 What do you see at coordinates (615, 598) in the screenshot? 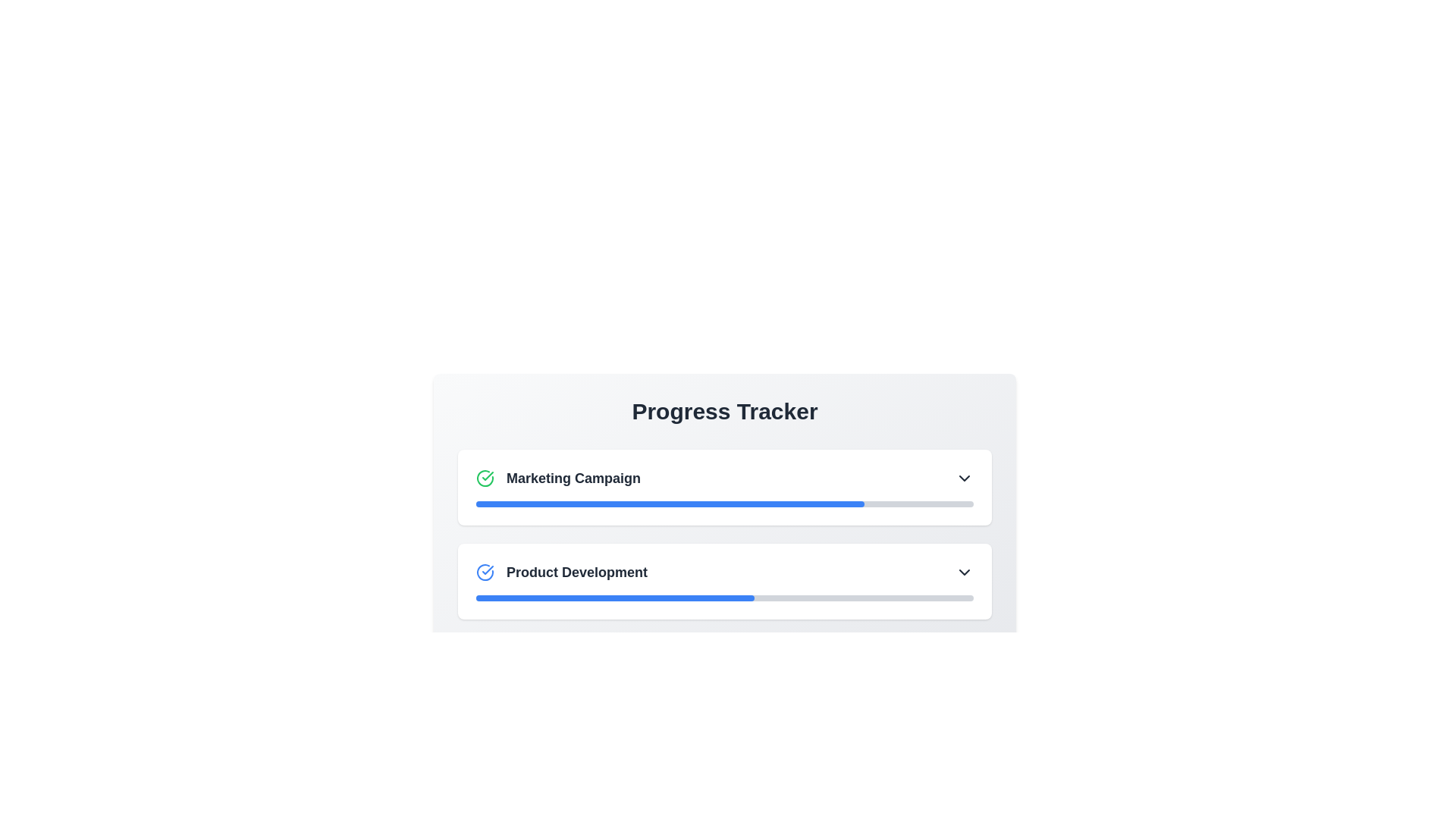
I see `the progress indicator, which is a blue-filled horizontal bar located in the second section titled 'Product Development' of the 'Progress Tracker.'` at bounding box center [615, 598].